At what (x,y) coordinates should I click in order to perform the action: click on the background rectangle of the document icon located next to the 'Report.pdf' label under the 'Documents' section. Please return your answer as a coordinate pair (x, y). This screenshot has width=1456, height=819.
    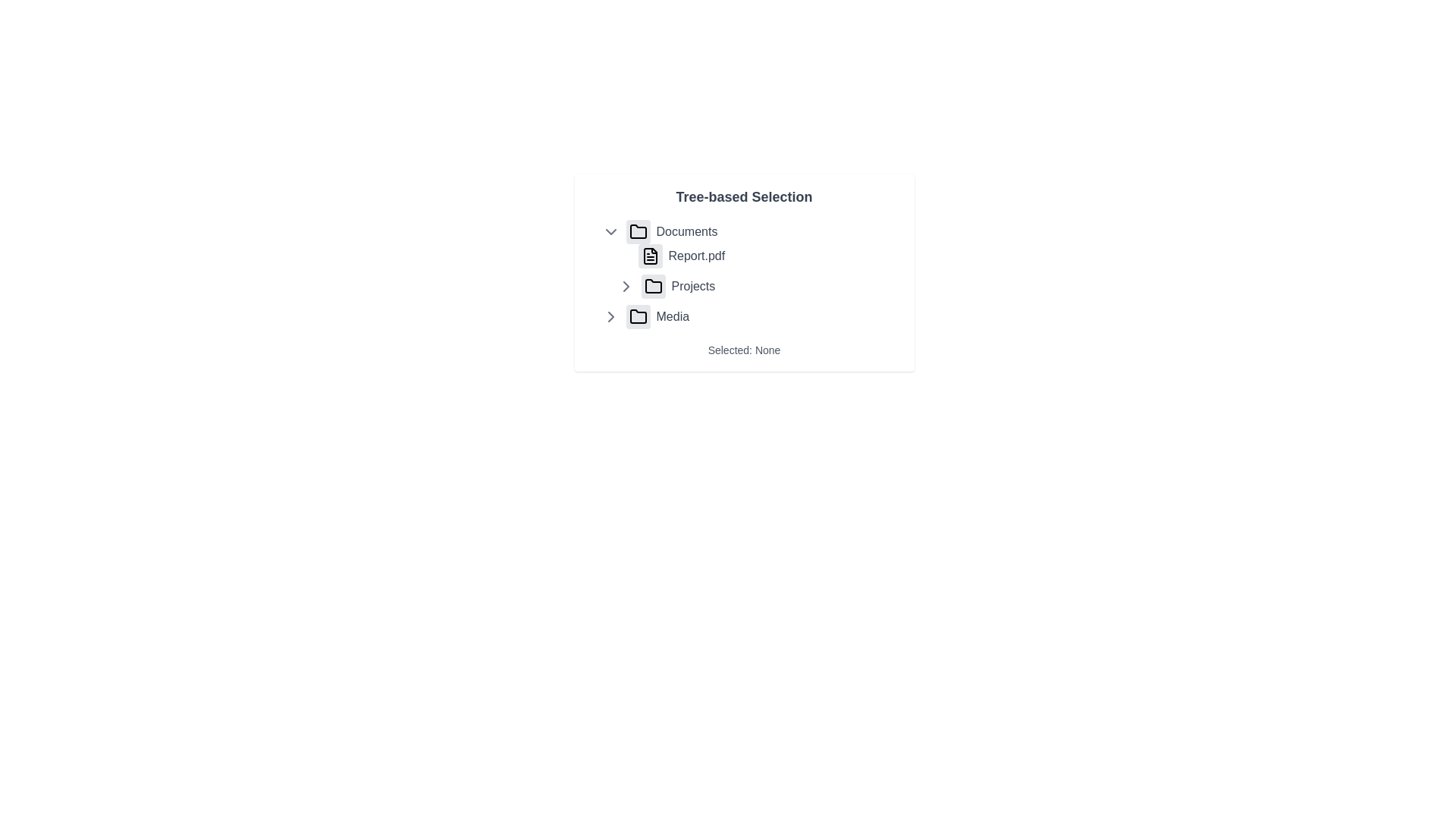
    Looking at the image, I should click on (650, 256).